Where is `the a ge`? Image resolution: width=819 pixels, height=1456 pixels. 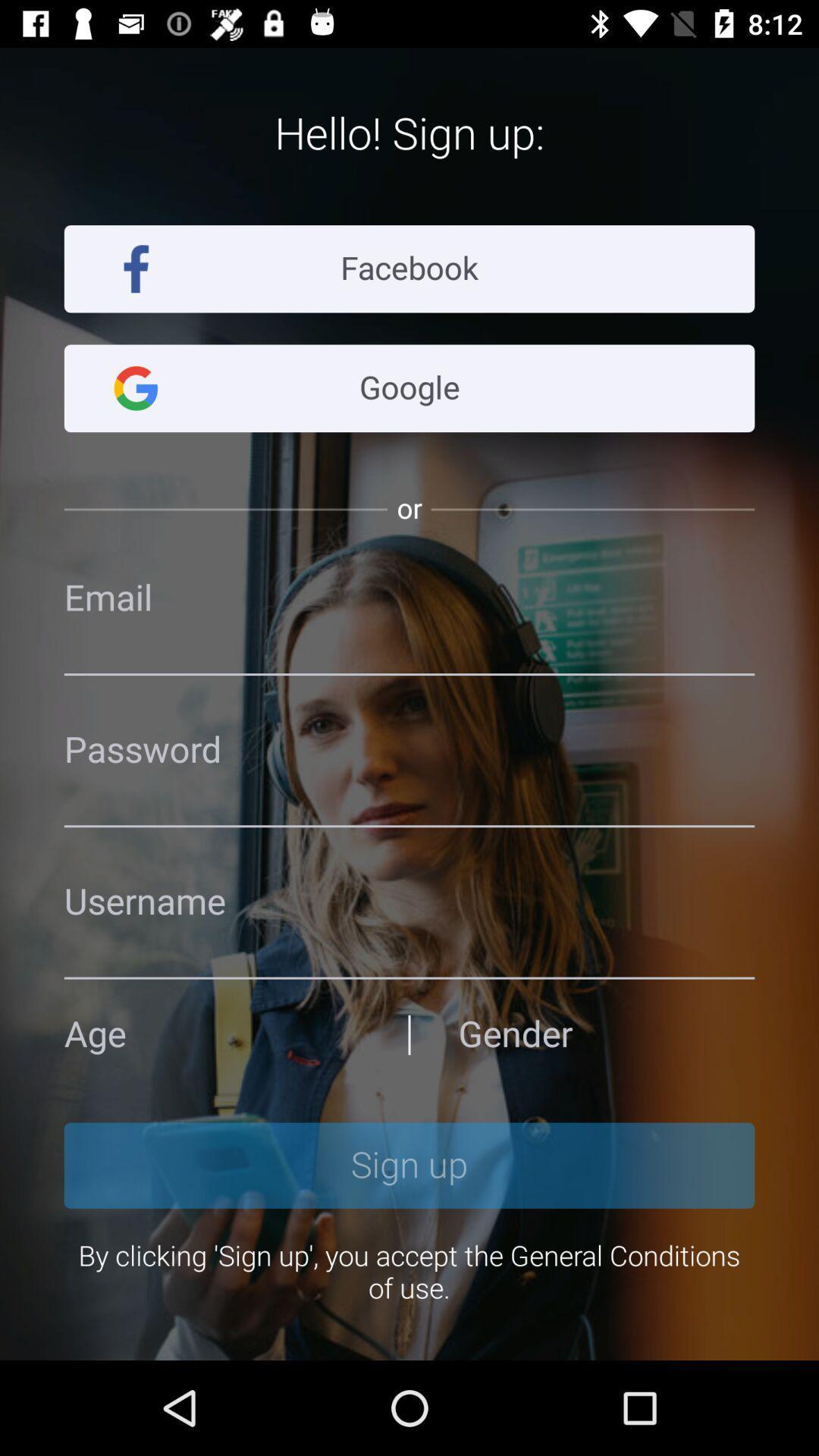
the a ge is located at coordinates (212, 1034).